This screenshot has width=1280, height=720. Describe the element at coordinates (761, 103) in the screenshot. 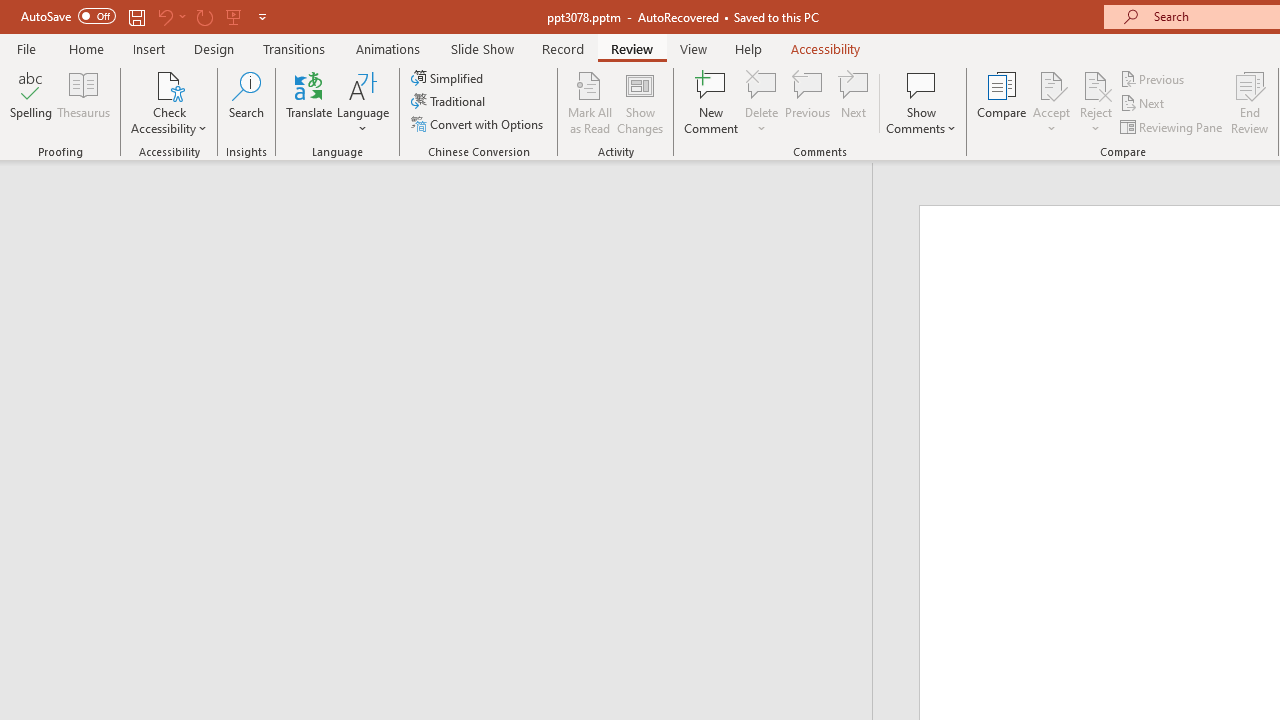

I see `'Delete'` at that location.